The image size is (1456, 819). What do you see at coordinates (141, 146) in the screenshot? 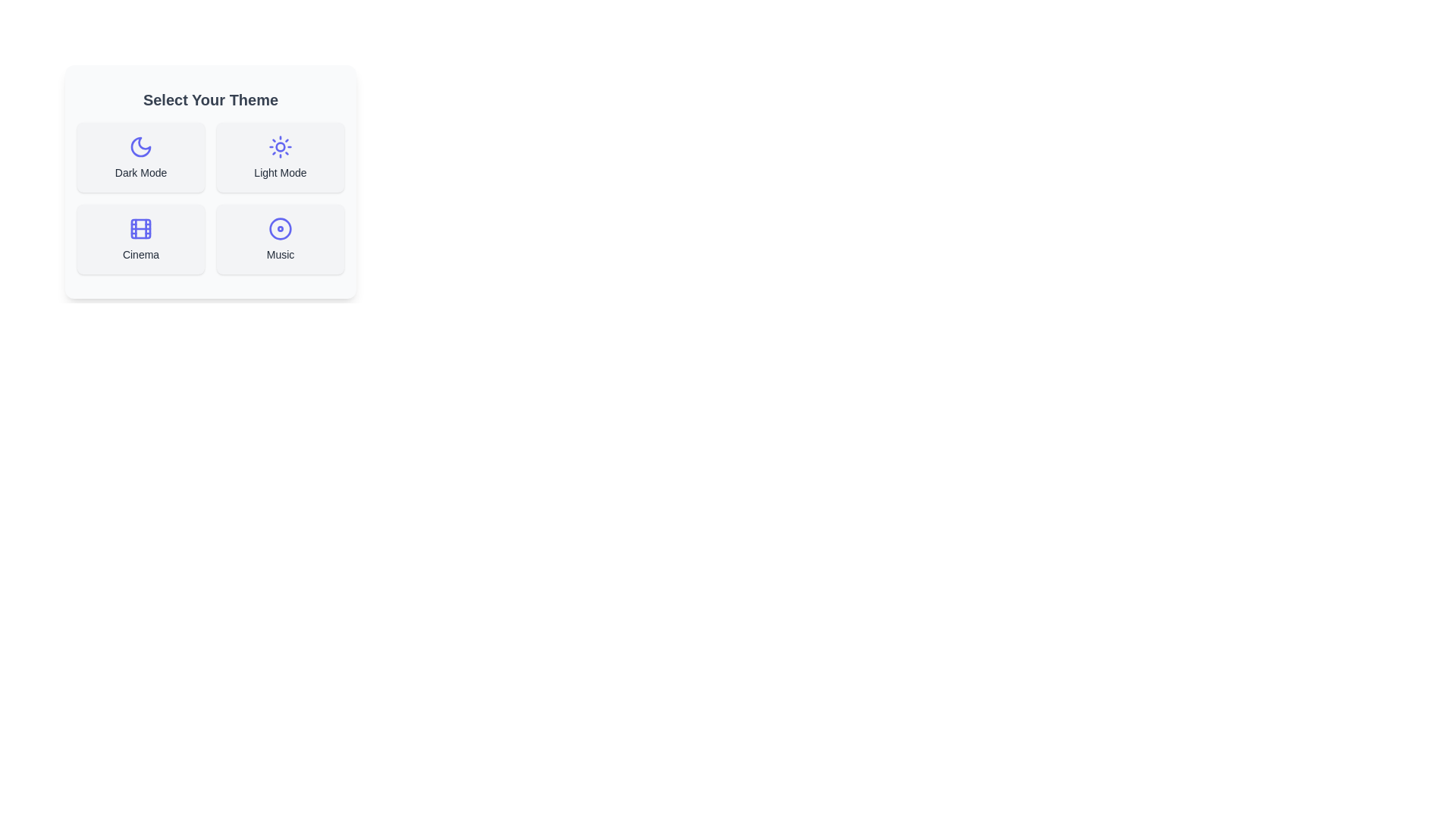
I see `the 'Dark Mode' icon located at the top left corner of the grid` at bounding box center [141, 146].